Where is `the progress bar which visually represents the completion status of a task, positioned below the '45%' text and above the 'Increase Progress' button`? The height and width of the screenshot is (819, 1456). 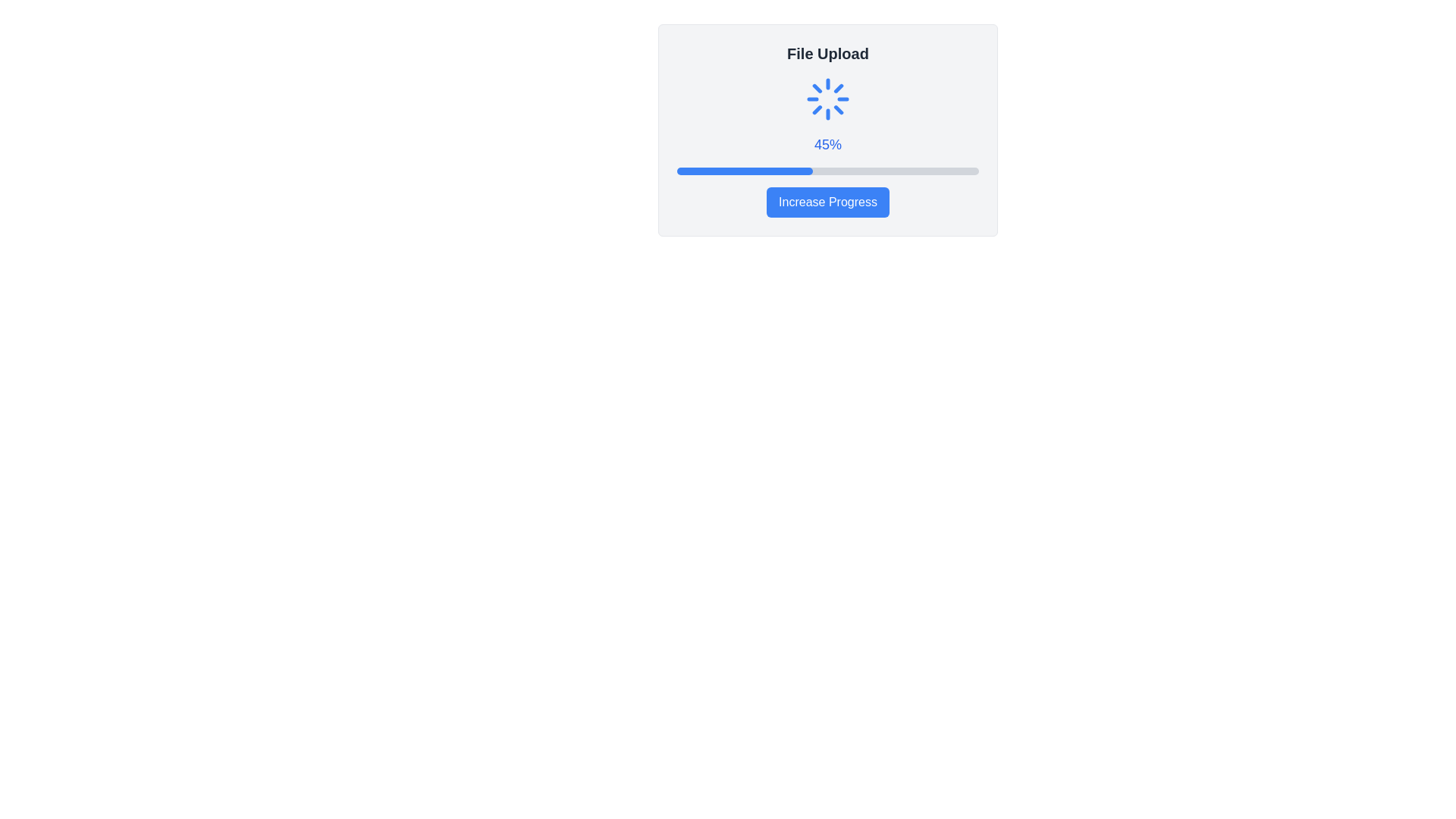 the progress bar which visually represents the completion status of a task, positioned below the '45%' text and above the 'Increase Progress' button is located at coordinates (827, 171).